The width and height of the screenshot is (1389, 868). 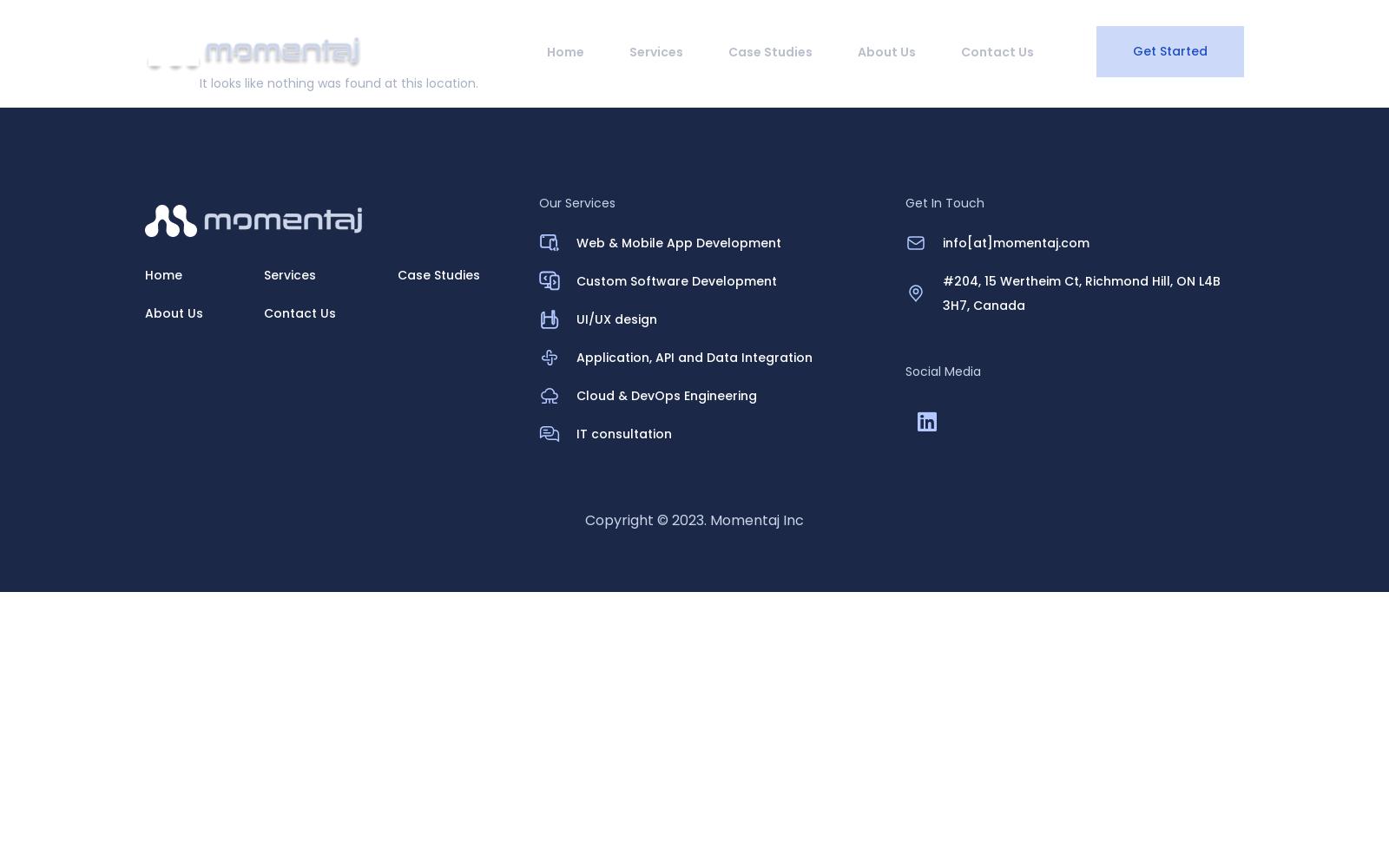 What do you see at coordinates (1168, 51) in the screenshot?
I see `'Get Started'` at bounding box center [1168, 51].